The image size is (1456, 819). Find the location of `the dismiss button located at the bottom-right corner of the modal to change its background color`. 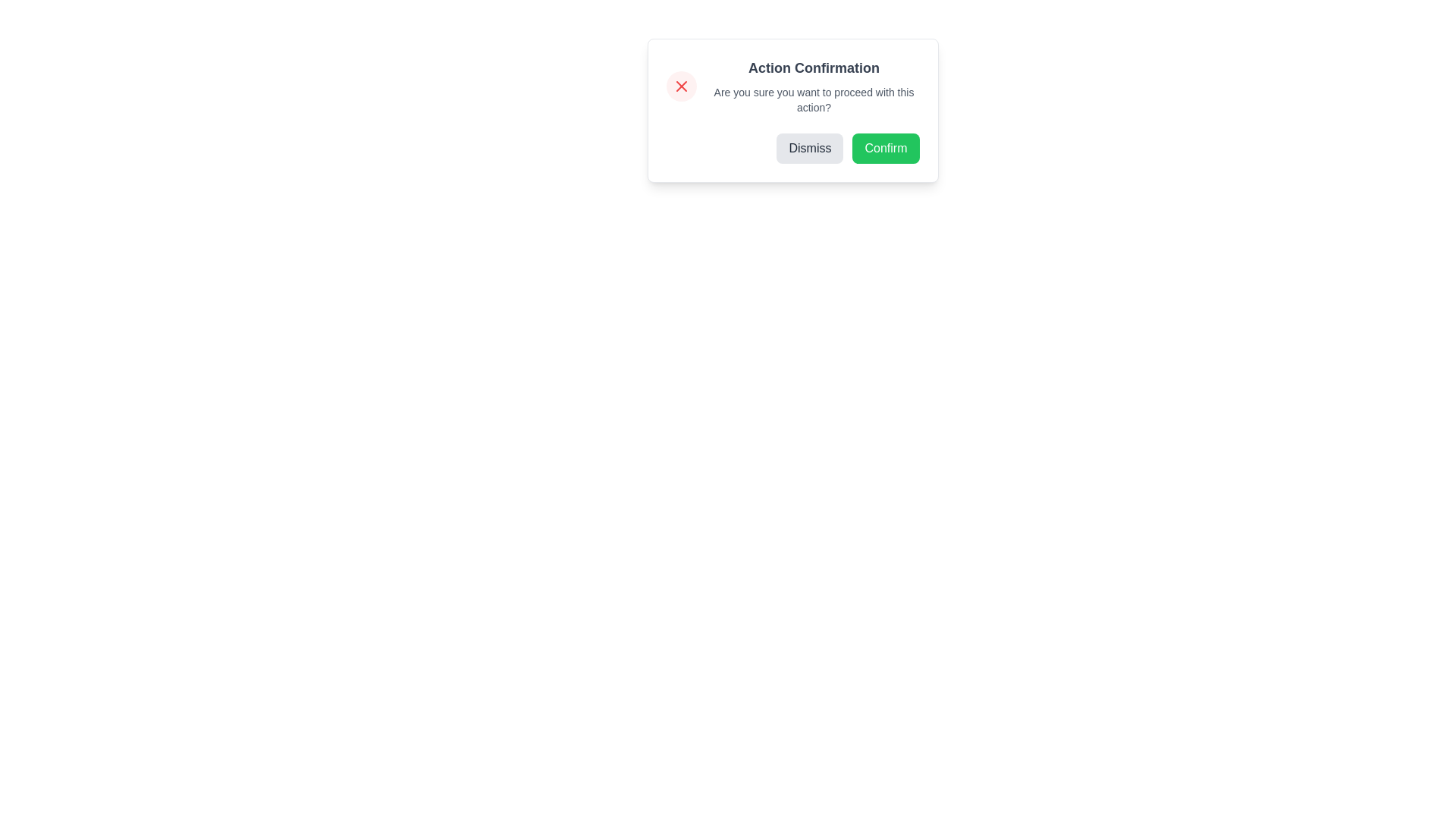

the dismiss button located at the bottom-right corner of the modal to change its background color is located at coordinates (809, 149).